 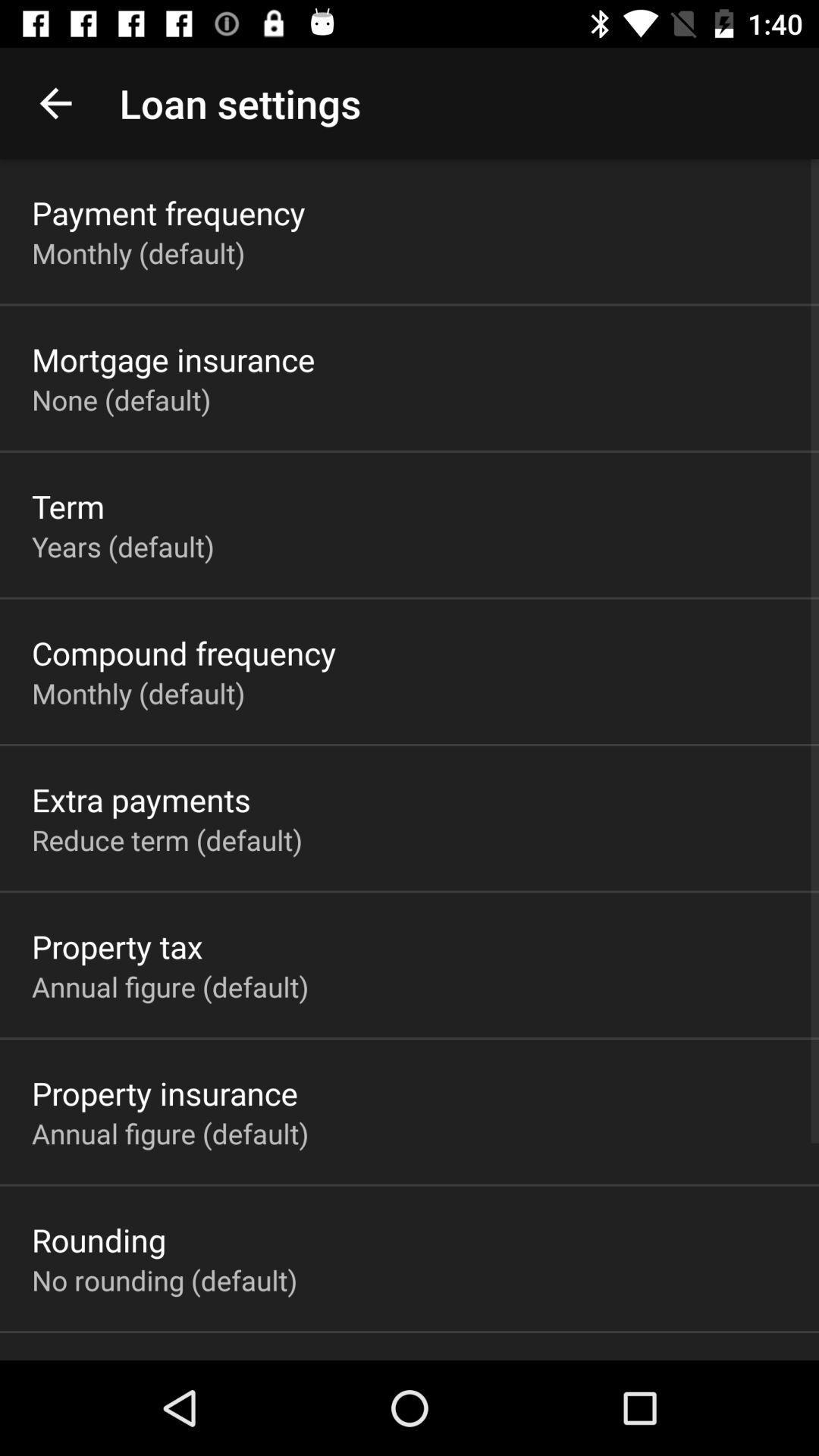 I want to click on app above term icon, so click(x=121, y=400).